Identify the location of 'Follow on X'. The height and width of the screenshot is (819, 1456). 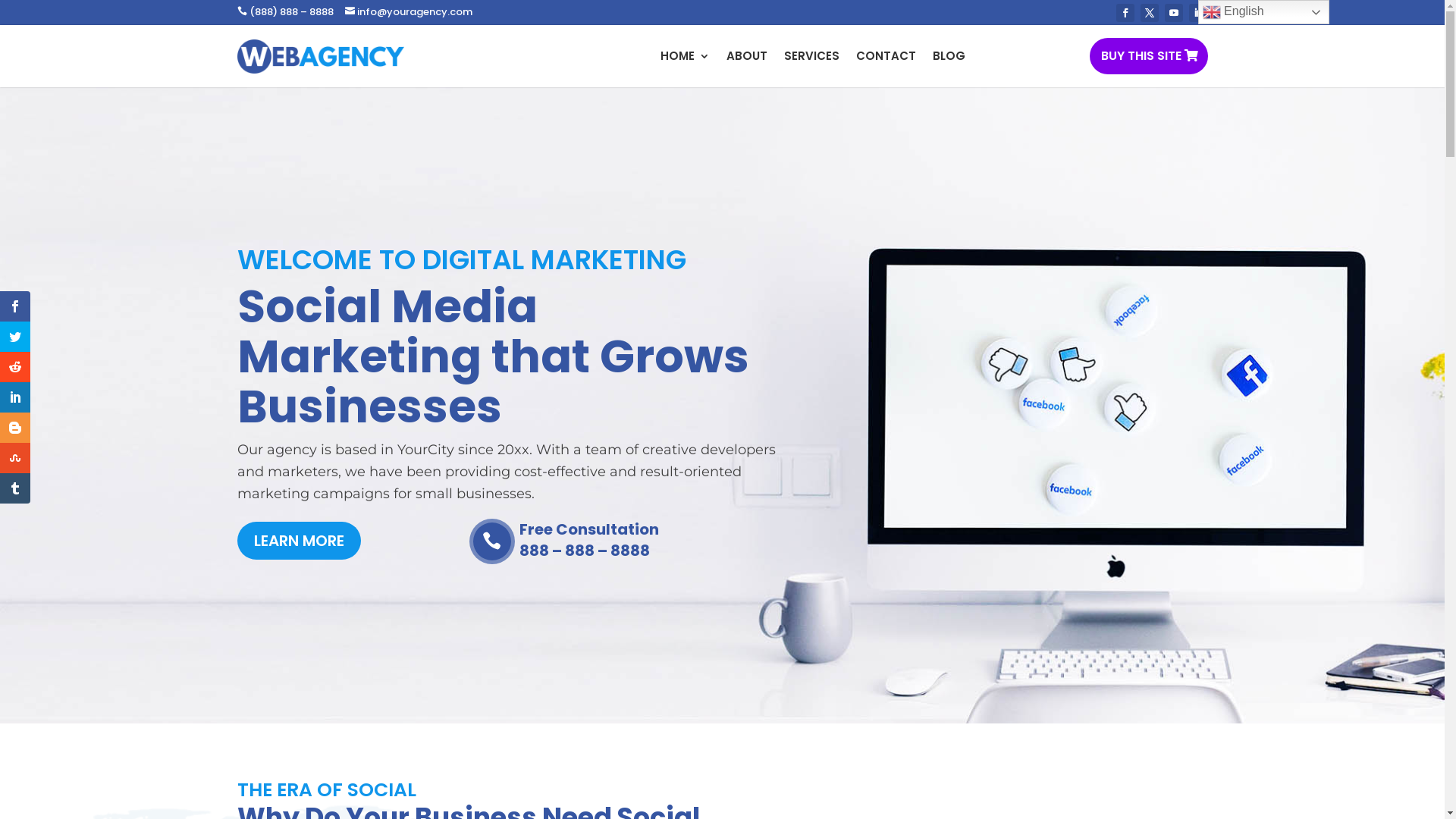
(1150, 12).